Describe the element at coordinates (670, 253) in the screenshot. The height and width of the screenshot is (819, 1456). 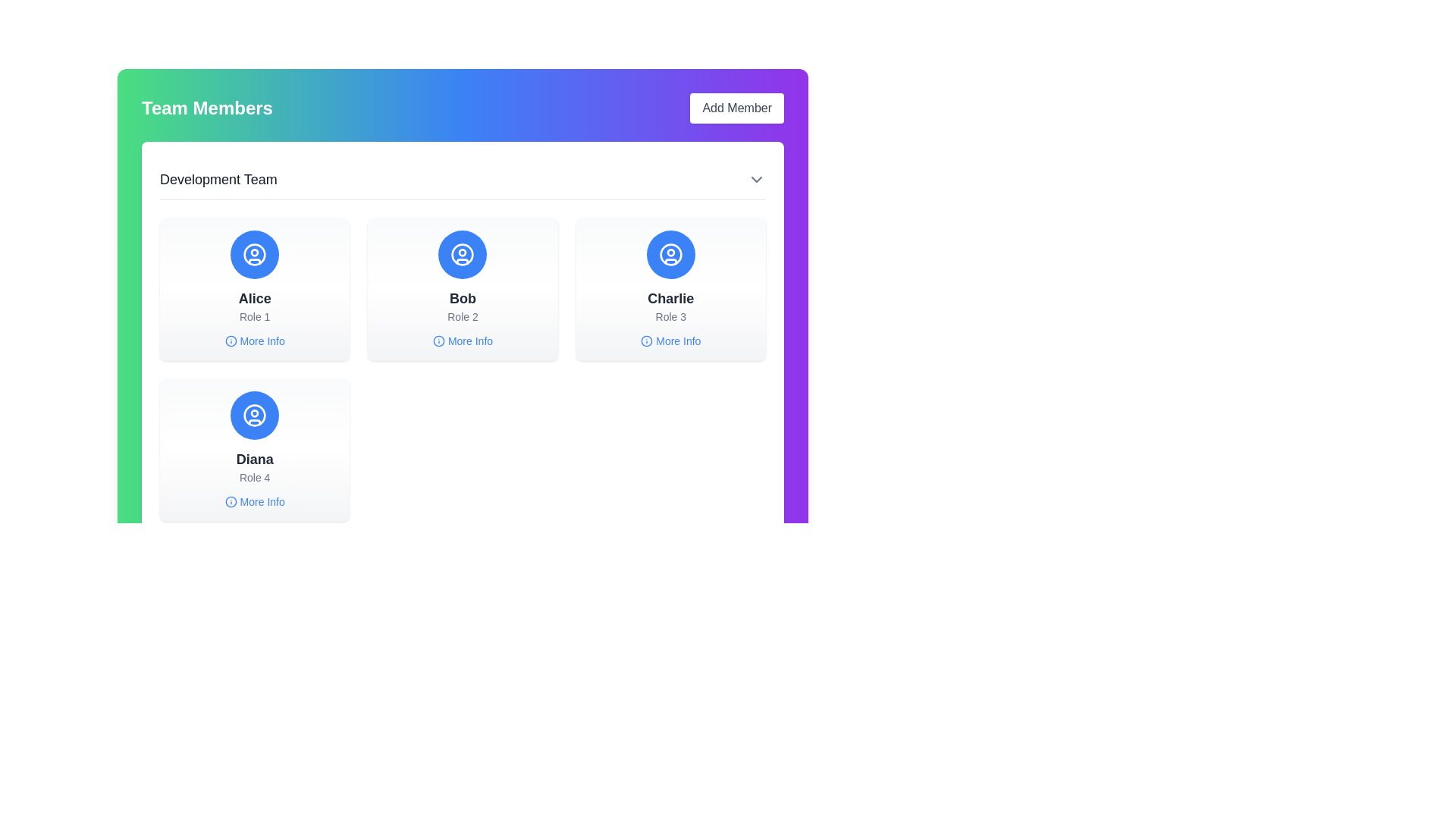
I see `the profile icon located at the top-center of the third card ('Charlie') in the second row under the 'Development Team' section` at that location.